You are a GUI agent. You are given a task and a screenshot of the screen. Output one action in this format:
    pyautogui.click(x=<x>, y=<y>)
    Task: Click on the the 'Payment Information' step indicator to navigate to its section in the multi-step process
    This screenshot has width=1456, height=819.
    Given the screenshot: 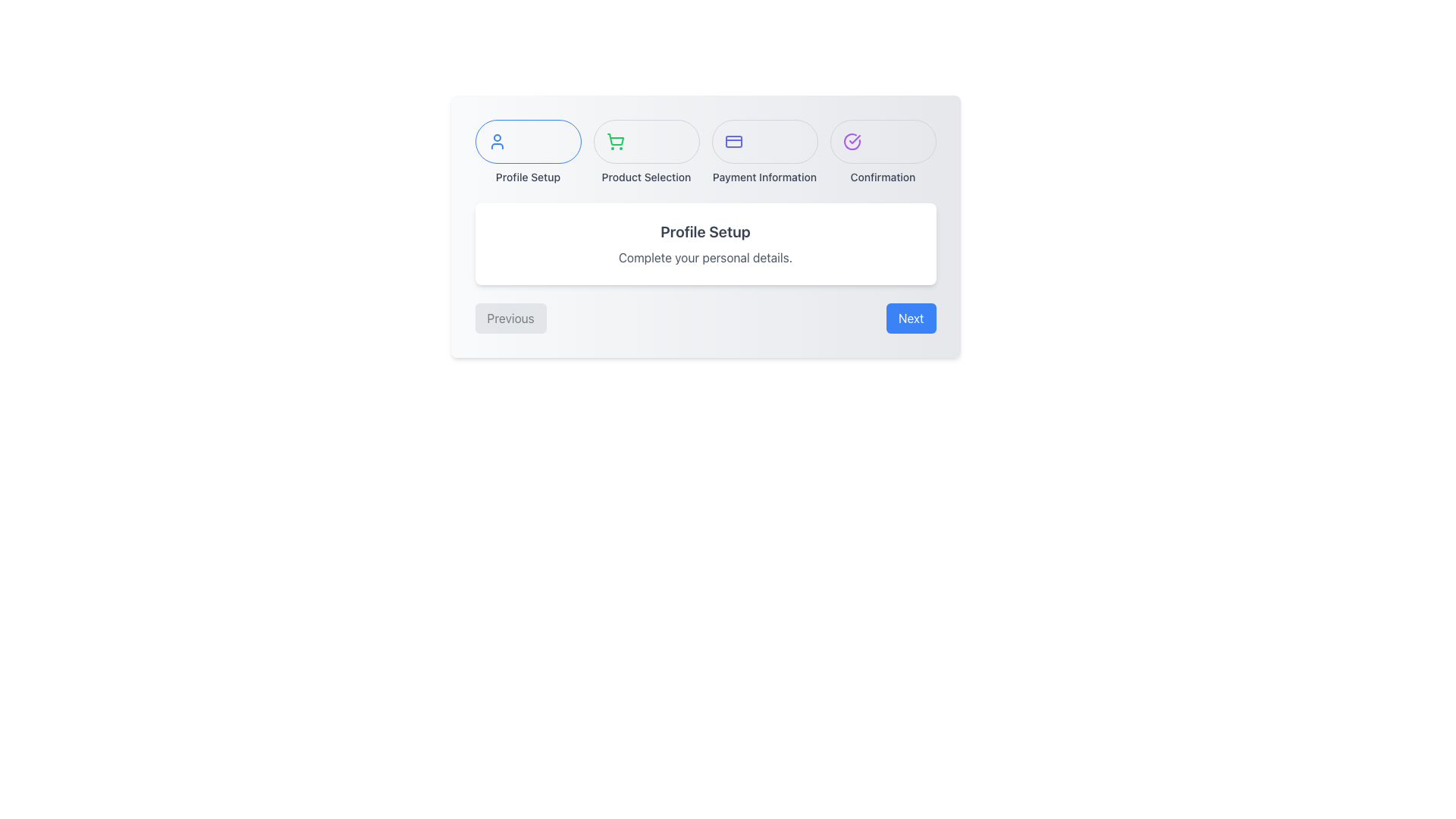 What is the action you would take?
    pyautogui.click(x=764, y=152)
    